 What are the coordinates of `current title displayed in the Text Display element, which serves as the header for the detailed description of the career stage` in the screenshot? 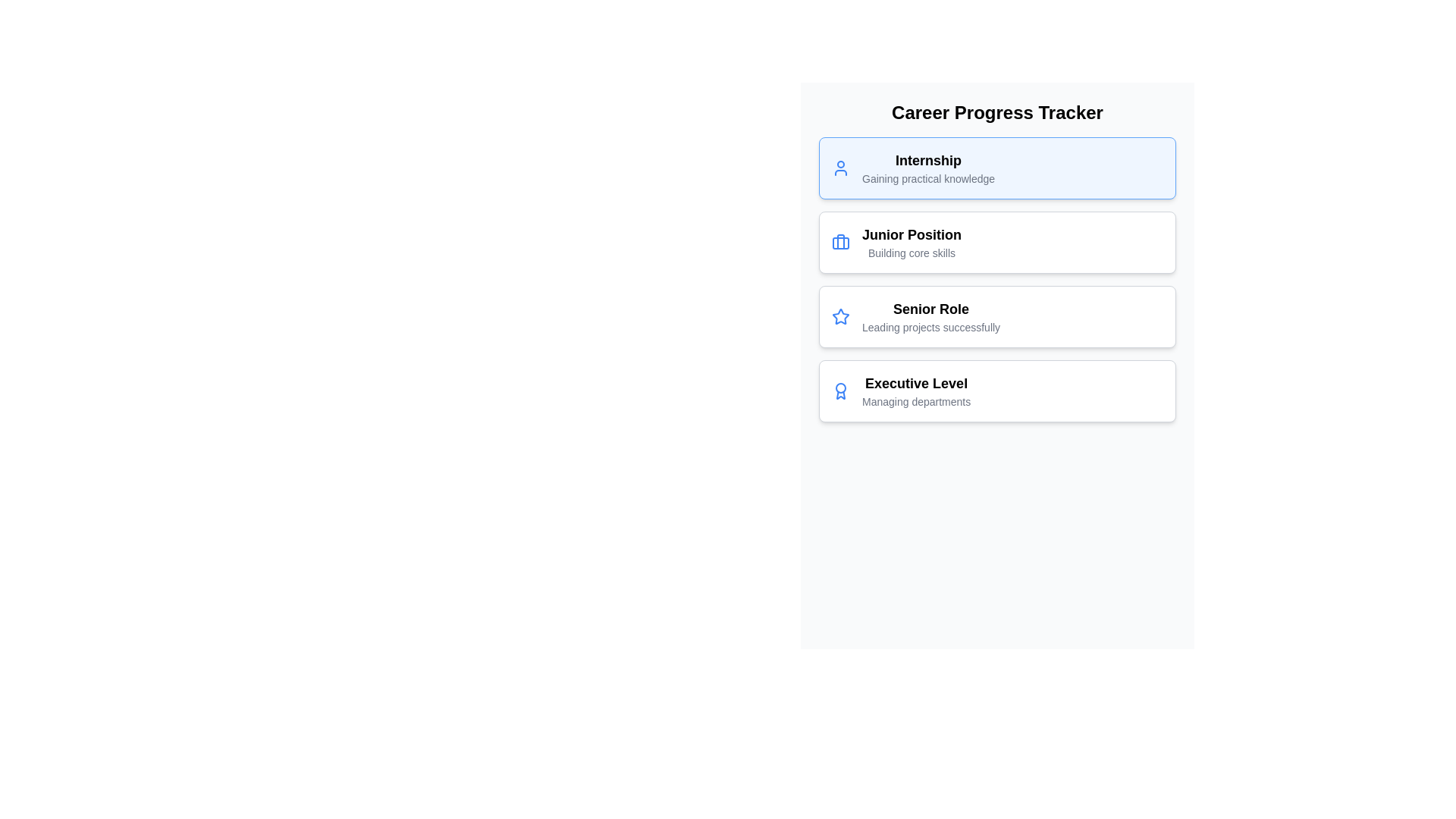 It's located at (915, 382).